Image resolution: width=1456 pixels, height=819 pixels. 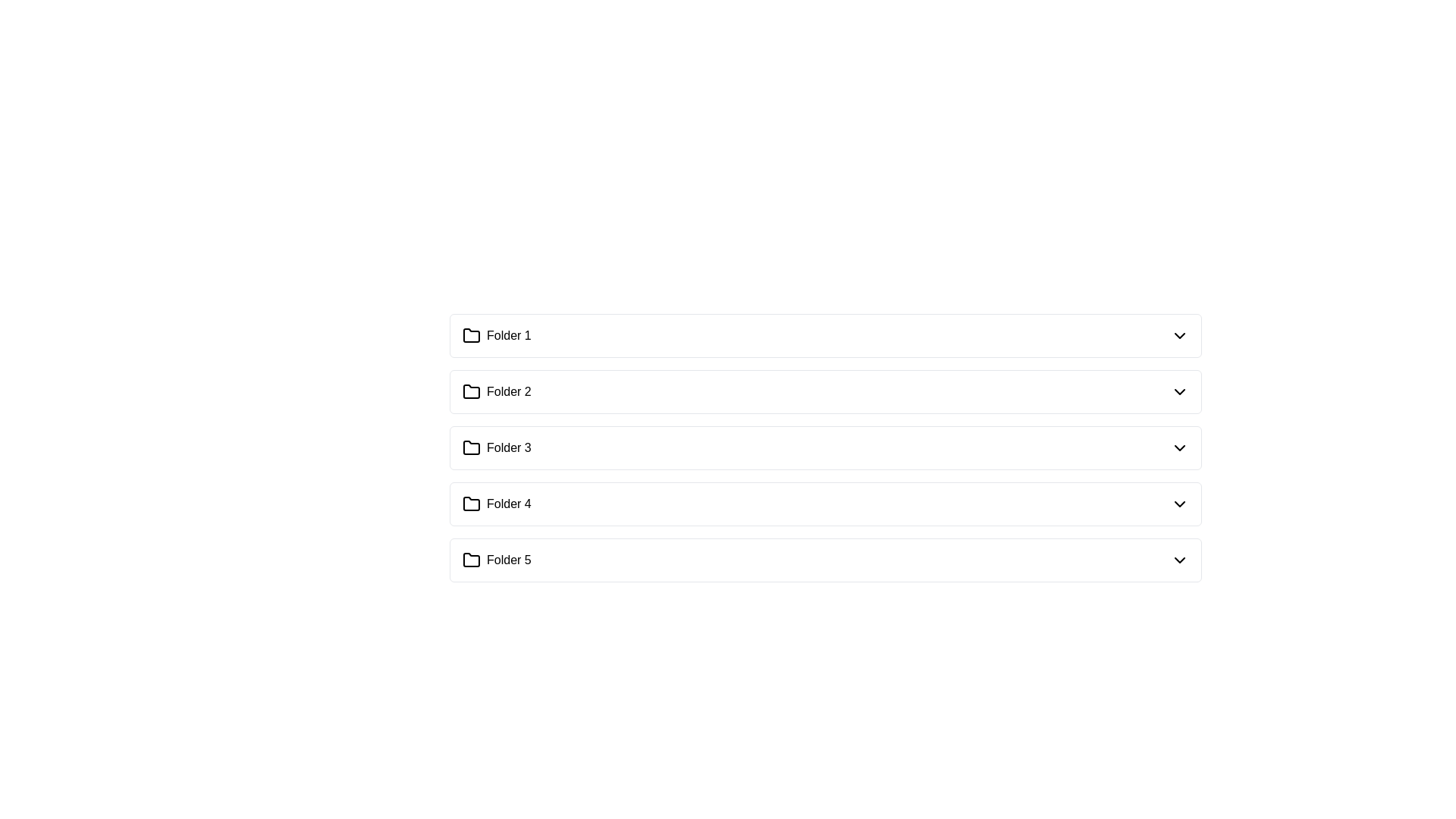 I want to click on the Dropdown indicator at the right end of the row labeled 'Folder 1', so click(x=1178, y=335).